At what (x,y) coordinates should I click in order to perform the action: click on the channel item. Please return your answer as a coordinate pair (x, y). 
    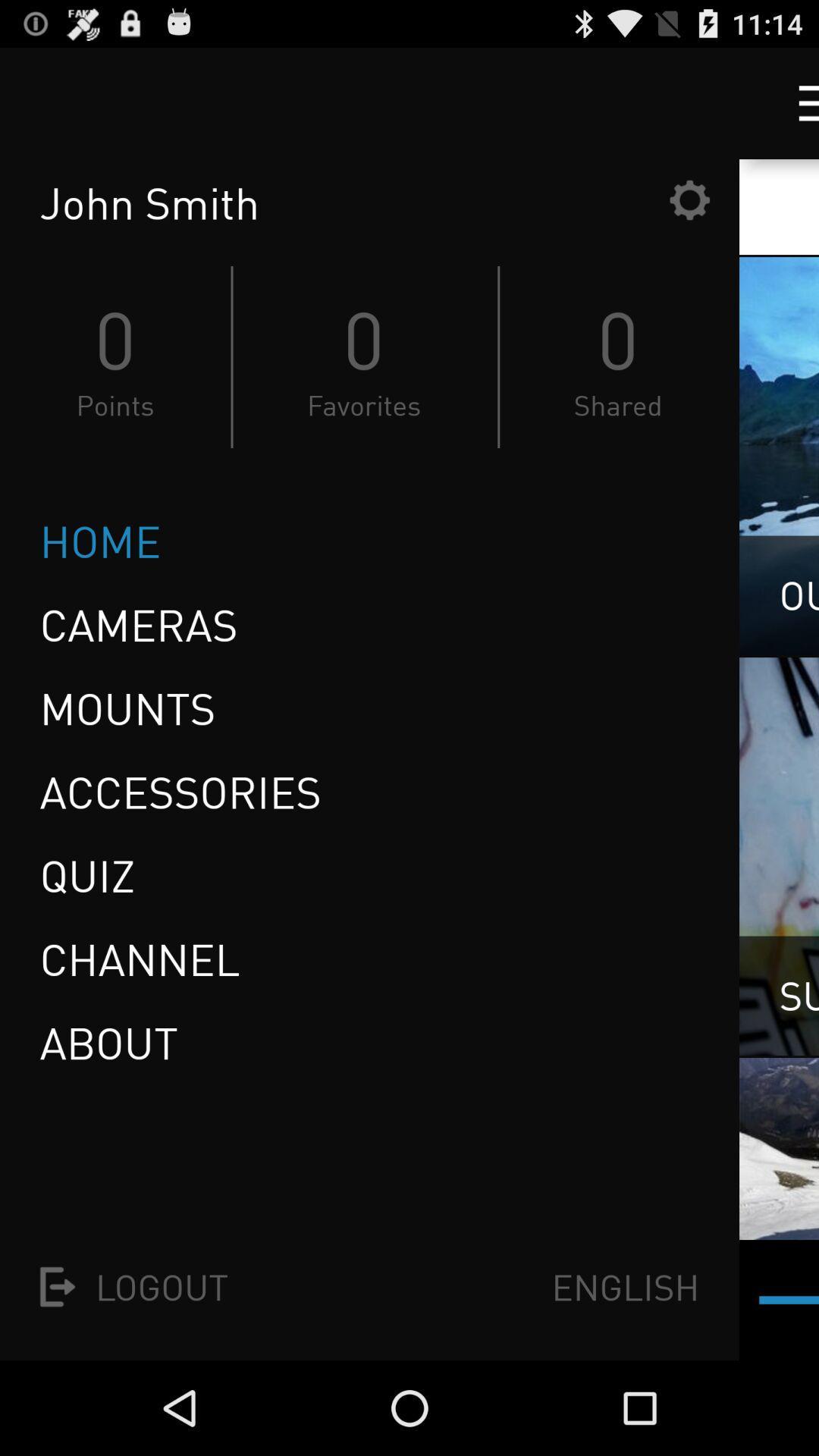
    Looking at the image, I should click on (140, 959).